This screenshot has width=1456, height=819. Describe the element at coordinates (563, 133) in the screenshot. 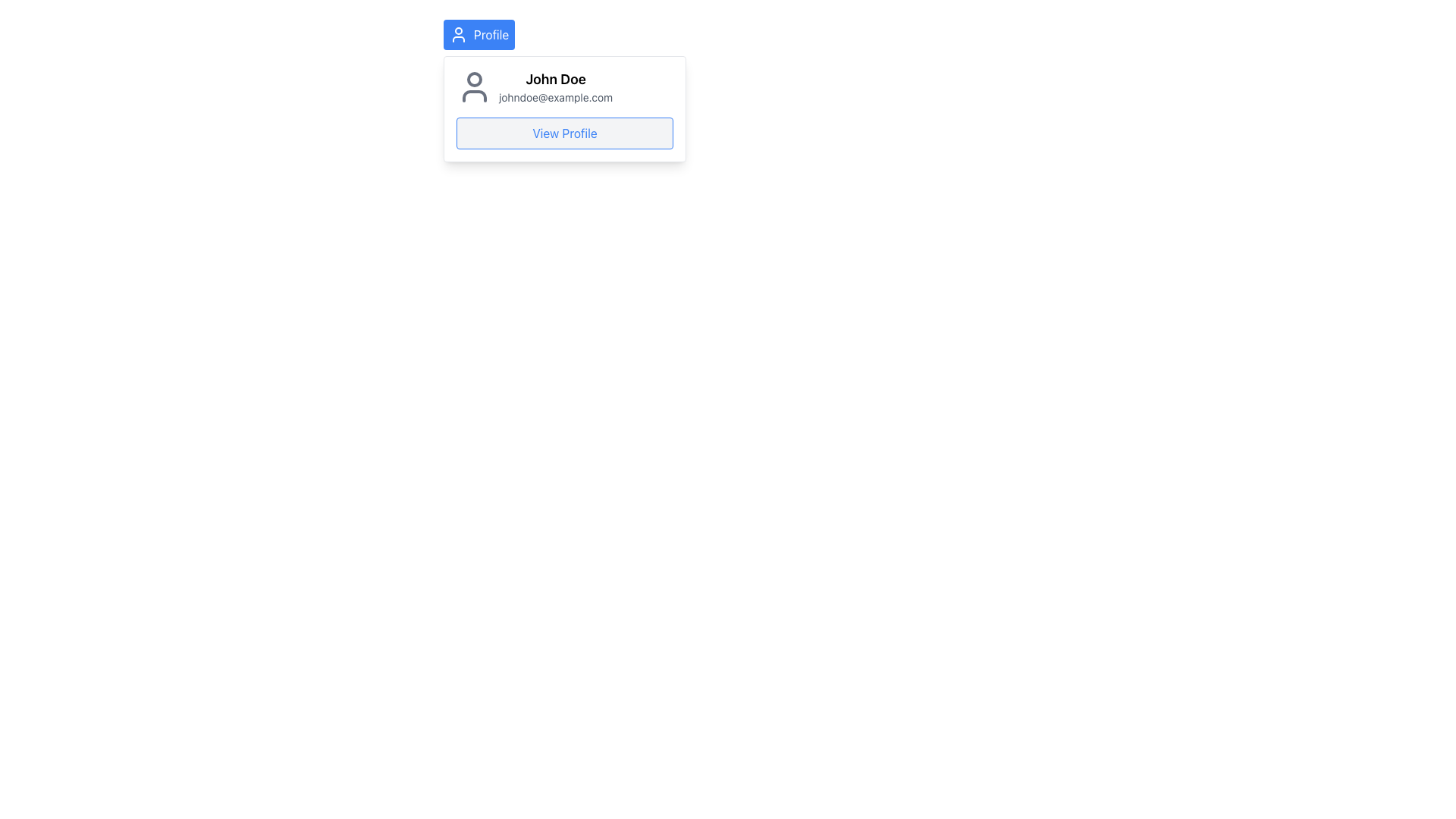

I see `the 'View Profile' button, which is a rectangular button with a blue font on a gray background and a blue border, located in the lower section of a pop-up card layout` at that location.